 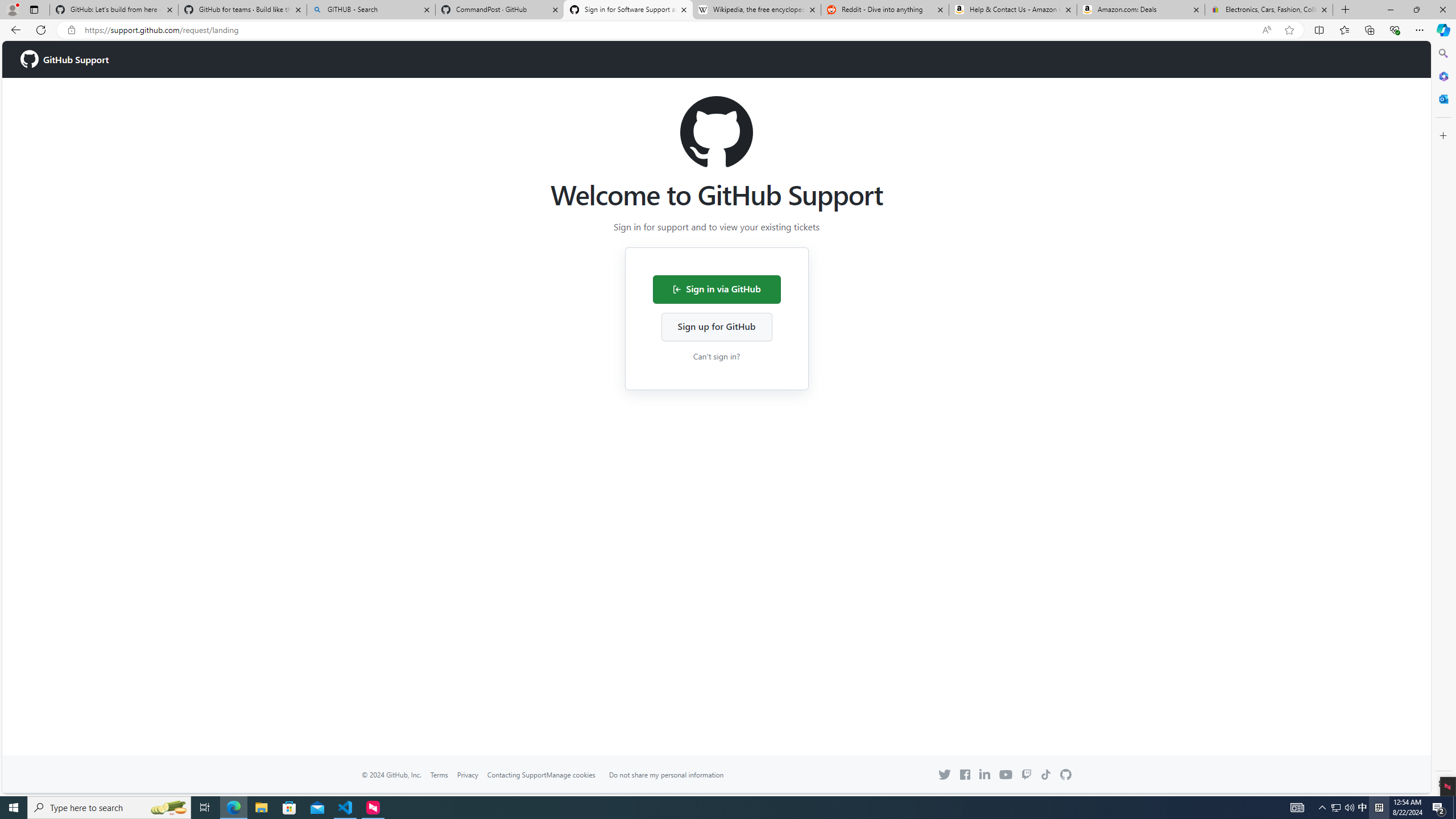 I want to click on 'Linkedin icon', so click(x=985, y=773).